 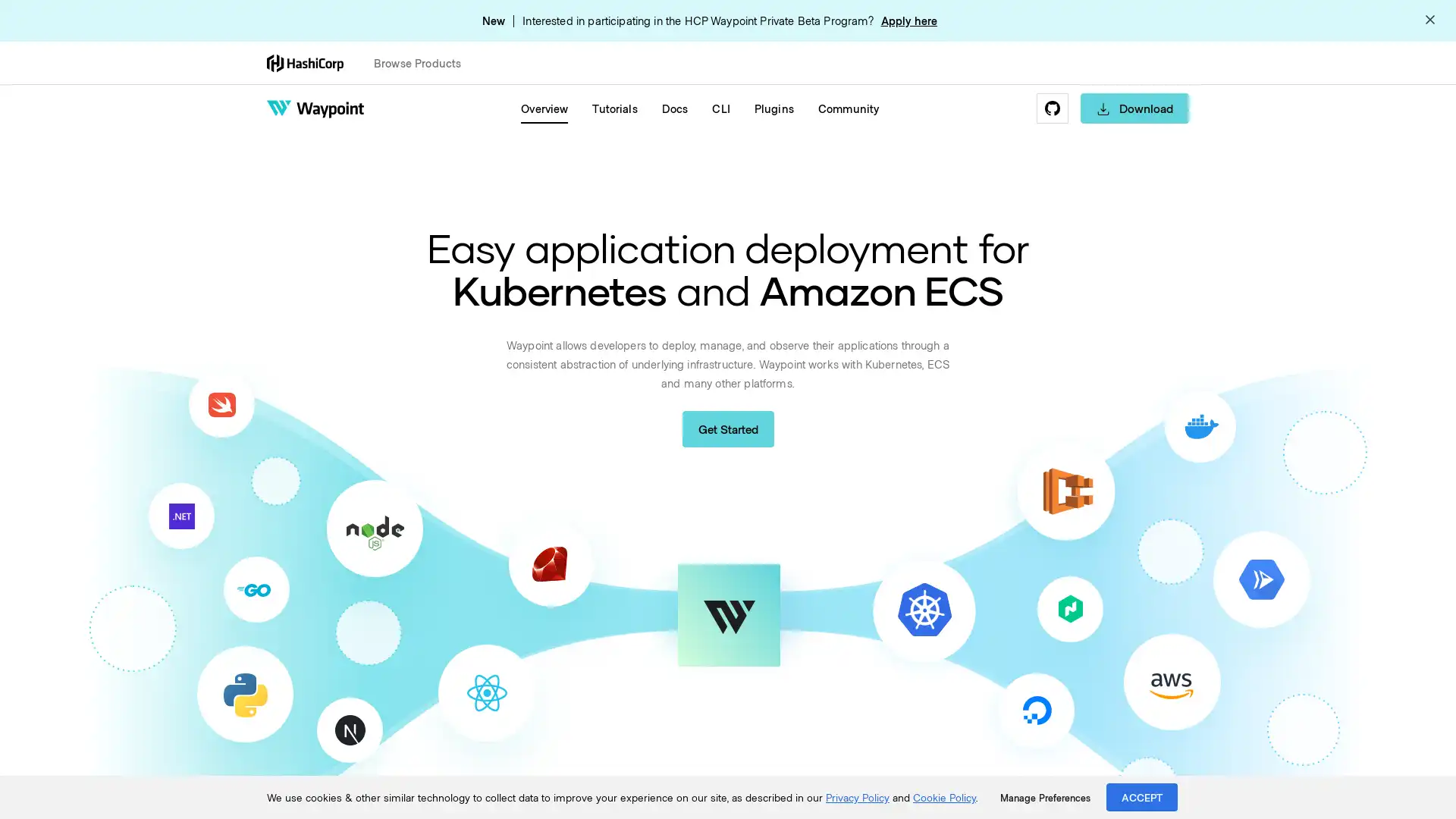 I want to click on Manage Preferences, so click(x=1044, y=797).